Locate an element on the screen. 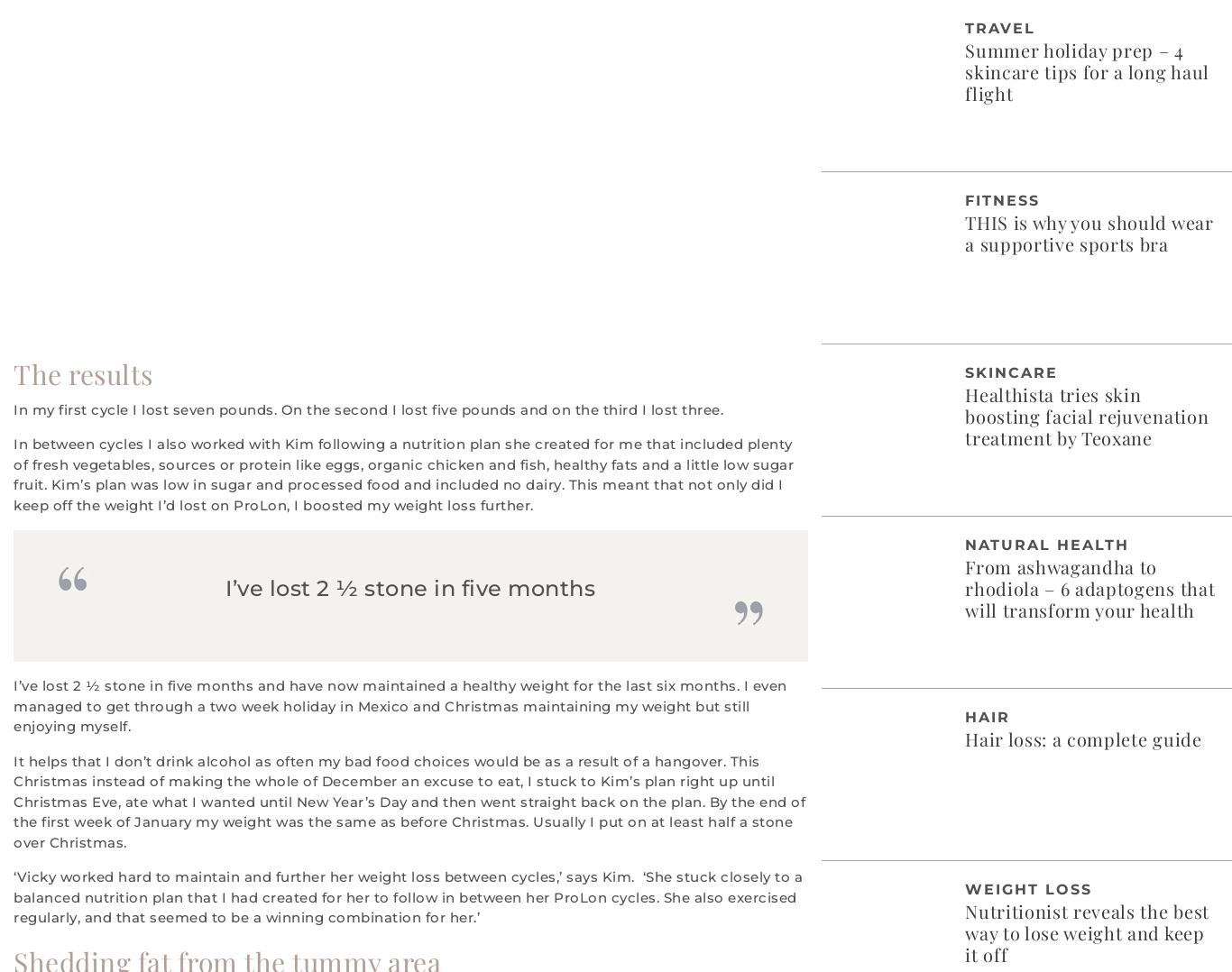 Image resolution: width=1232 pixels, height=972 pixels. 'The results' is located at coordinates (82, 371).